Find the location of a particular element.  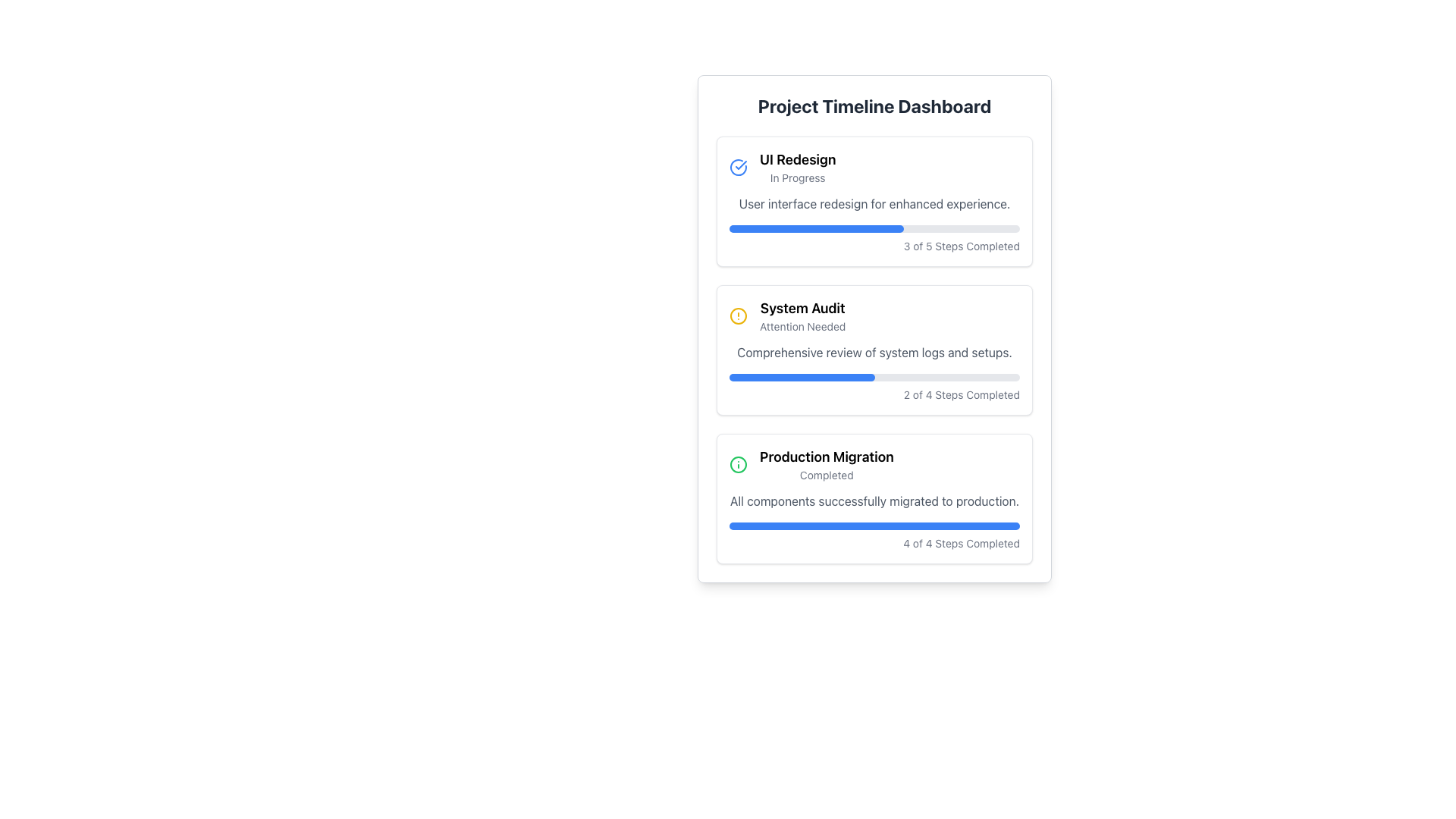

the blue circular icon with a checkmark inside, located under the 'Project Timeline Dashboard' heading and part of the 'UI Redesign' section is located at coordinates (739, 167).